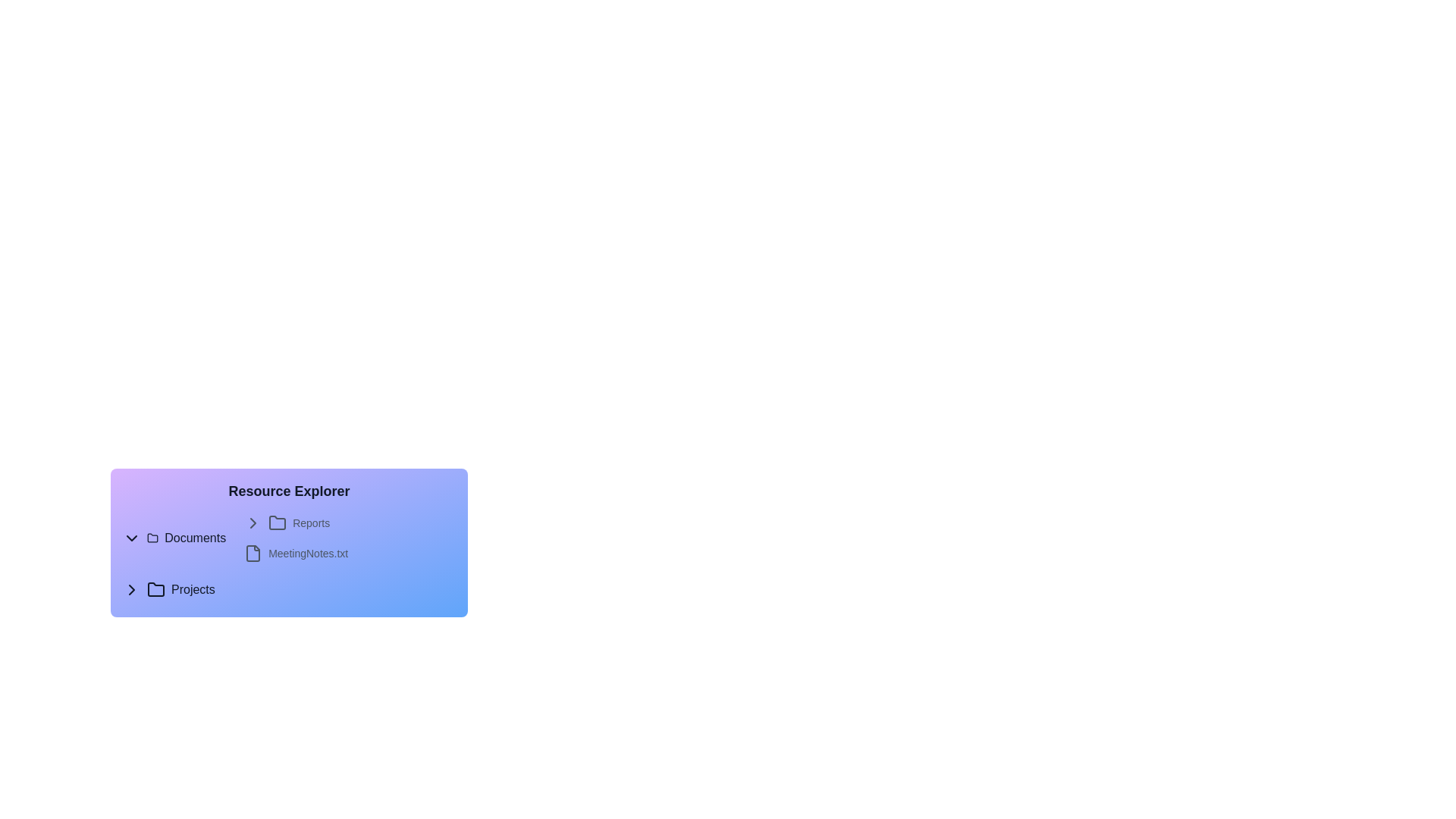 Image resolution: width=1456 pixels, height=819 pixels. What do you see at coordinates (289, 589) in the screenshot?
I see `the 'Projects' folder item in the file explorer` at bounding box center [289, 589].